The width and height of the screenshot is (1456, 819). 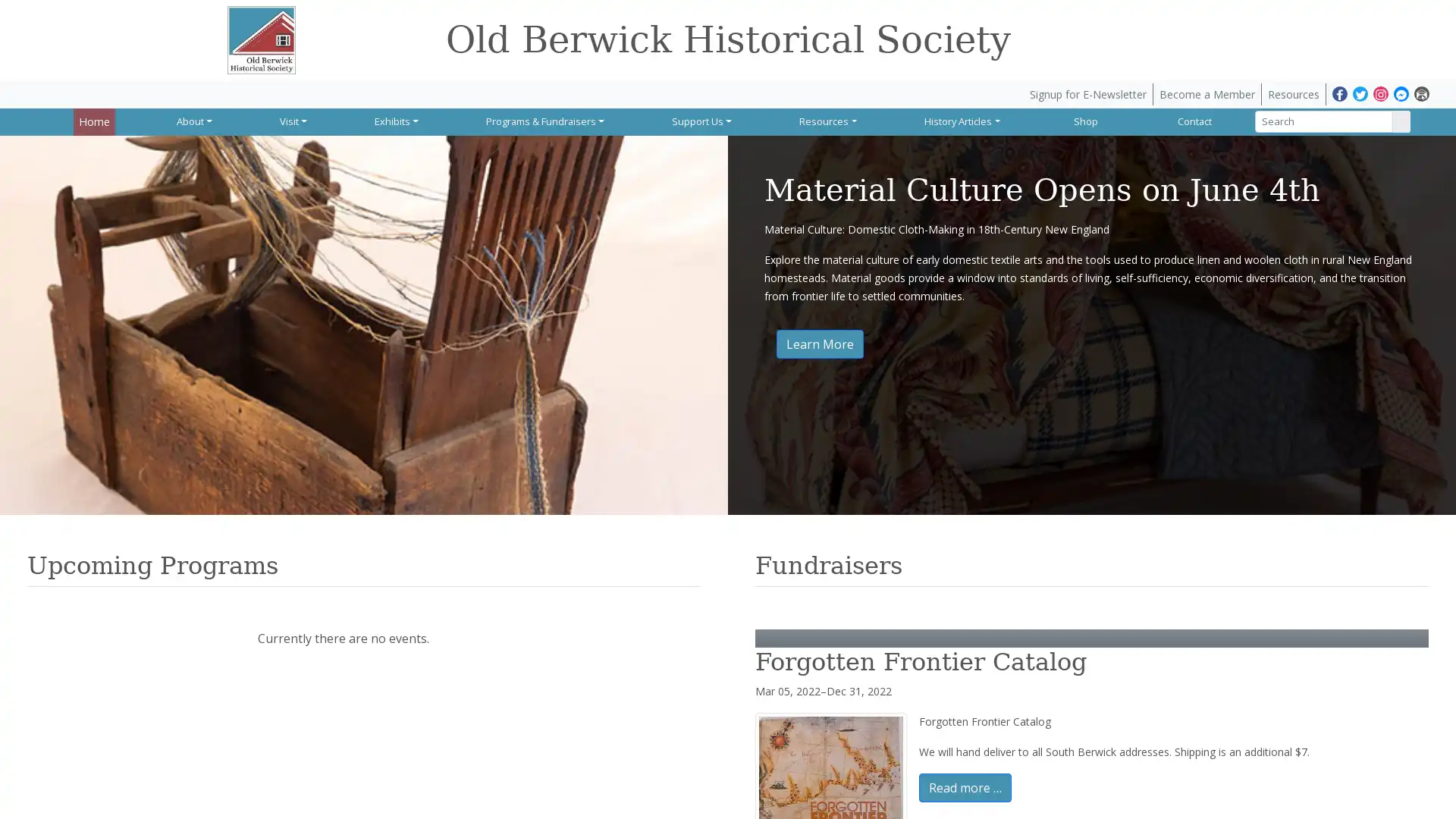 What do you see at coordinates (824, 120) in the screenshot?
I see `Resources` at bounding box center [824, 120].